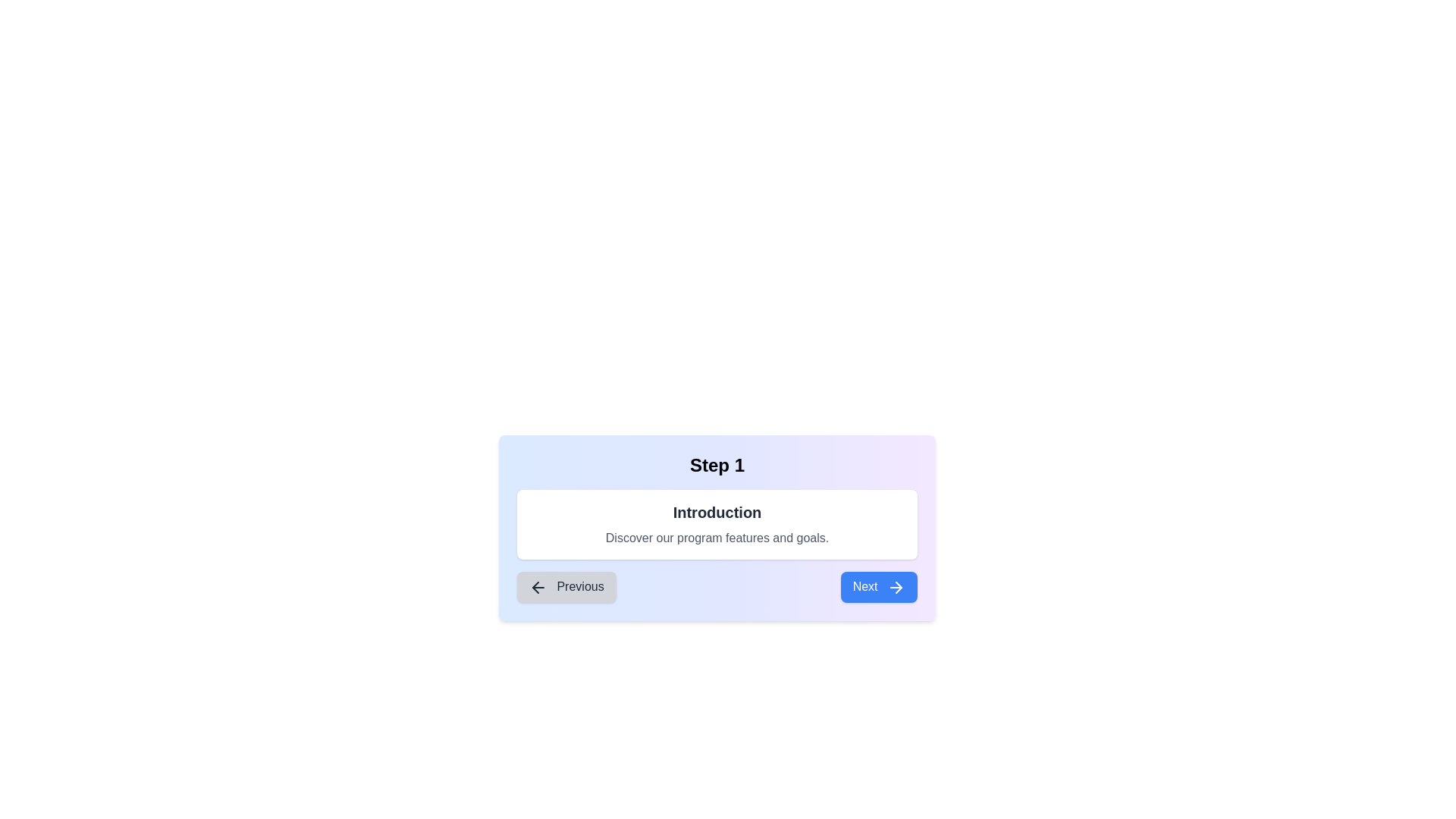  What do you see at coordinates (566, 586) in the screenshot?
I see `the 'Previous' button to navigate to the previous step` at bounding box center [566, 586].